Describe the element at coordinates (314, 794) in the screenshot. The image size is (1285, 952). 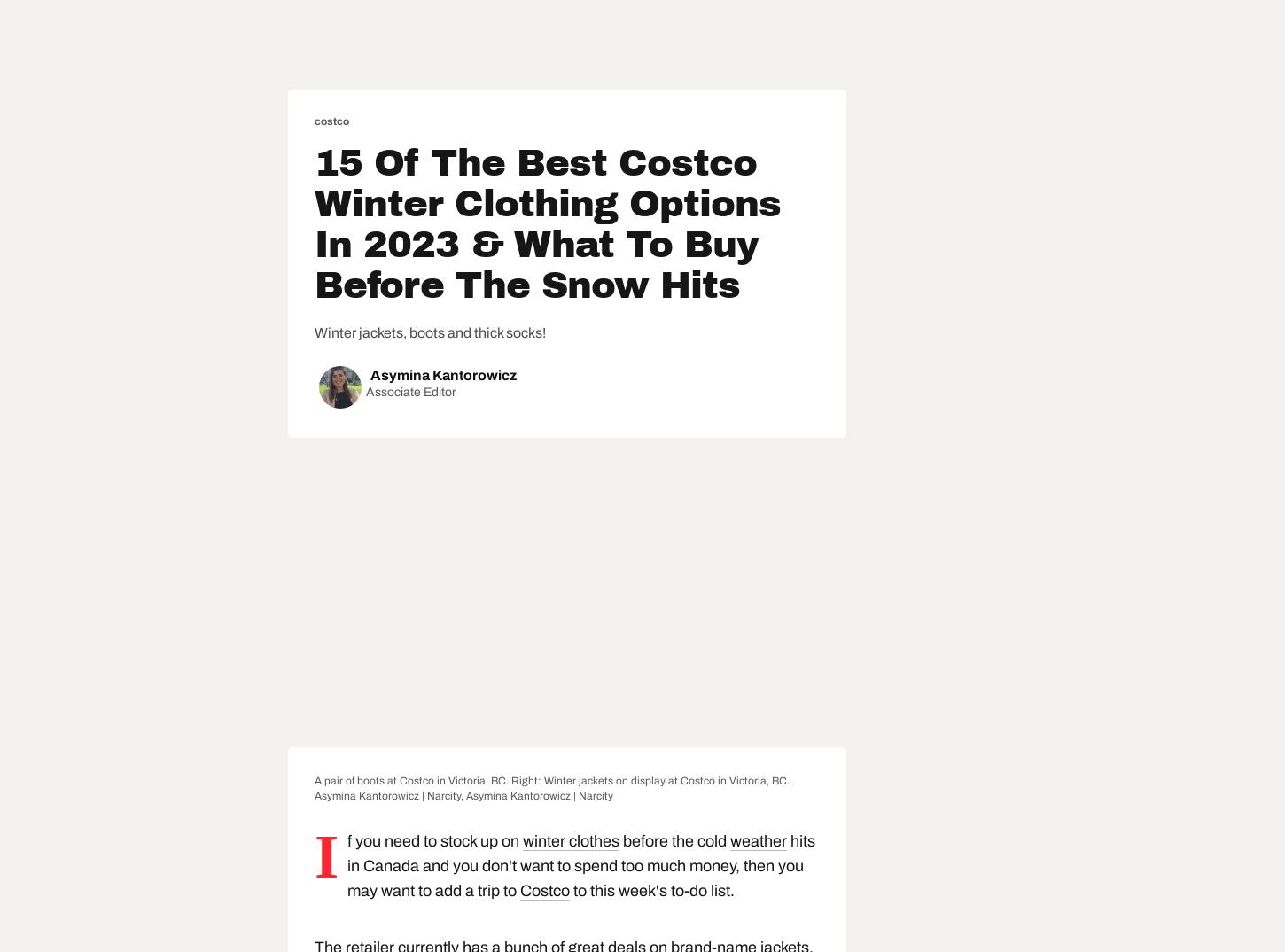
I see `'Asymina Kantorowicz | Narcity, Asymina Kantorowicz | Narcity'` at that location.